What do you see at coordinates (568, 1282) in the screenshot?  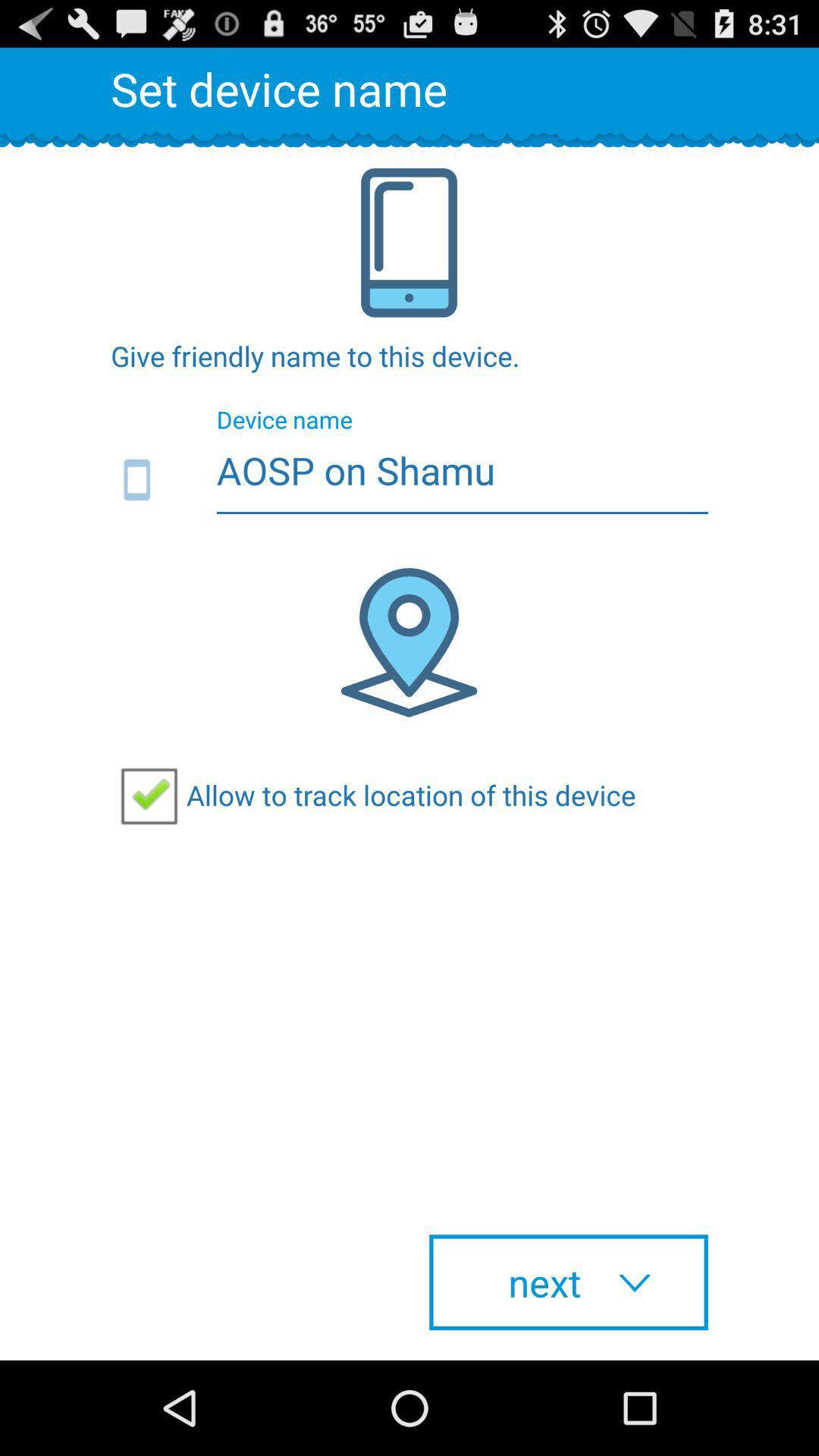 I see `the next button` at bounding box center [568, 1282].